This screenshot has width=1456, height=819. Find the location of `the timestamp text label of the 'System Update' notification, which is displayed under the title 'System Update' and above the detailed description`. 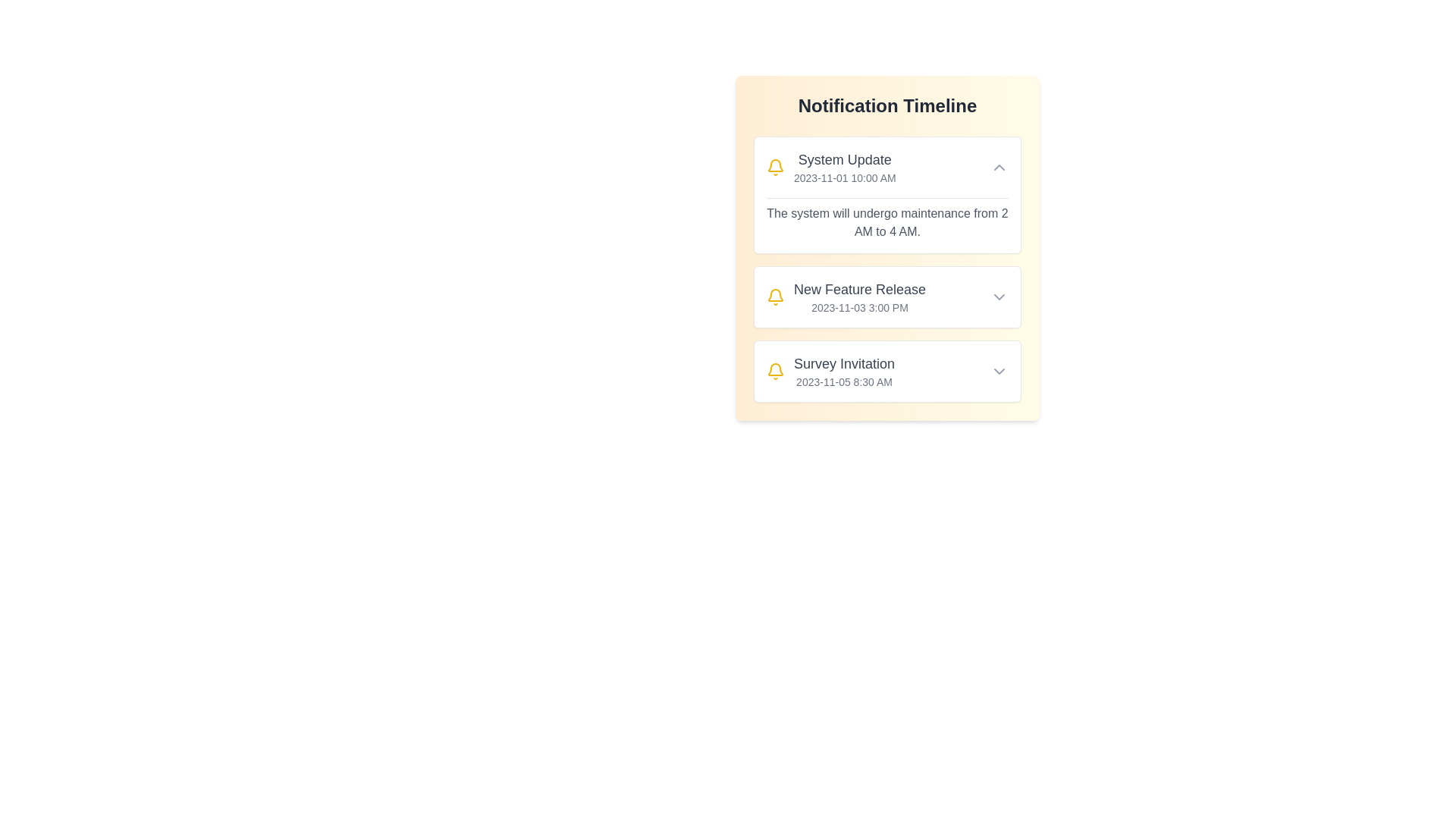

the timestamp text label of the 'System Update' notification, which is displayed under the title 'System Update' and above the detailed description is located at coordinates (844, 177).